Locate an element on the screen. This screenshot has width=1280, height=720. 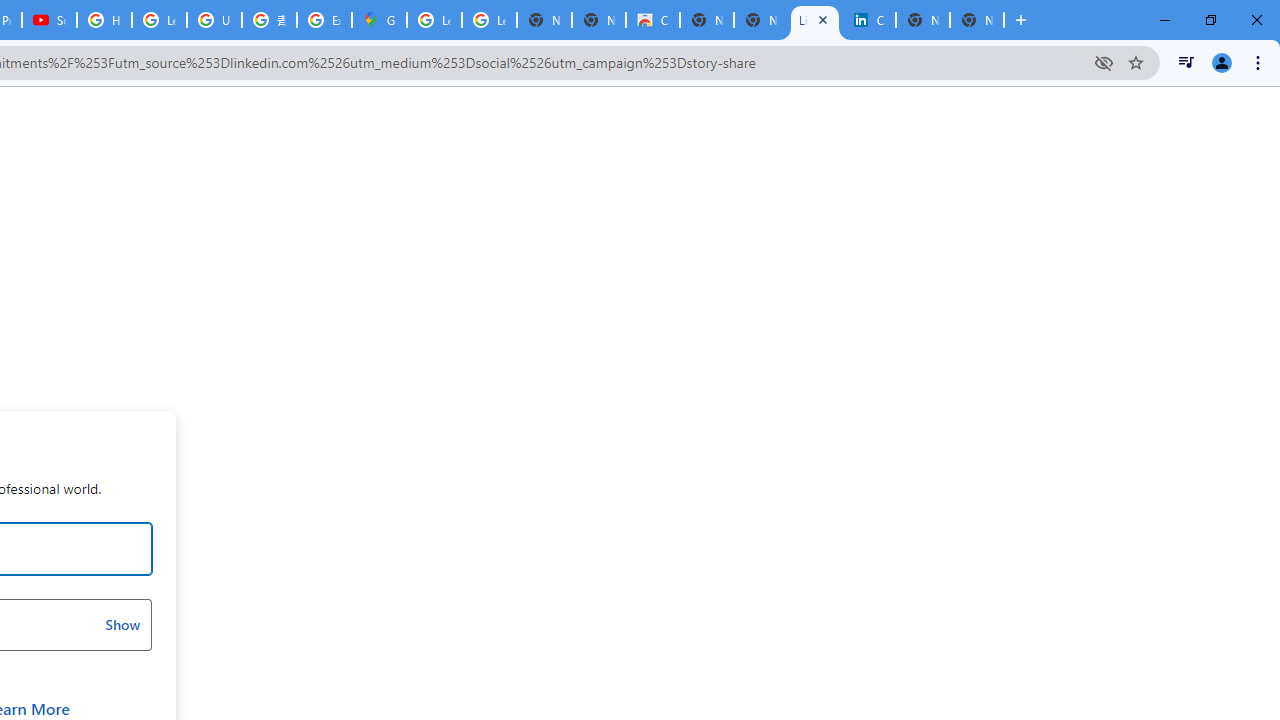
'LinkedIn Login, Sign in | LinkedIn' is located at coordinates (815, 20).